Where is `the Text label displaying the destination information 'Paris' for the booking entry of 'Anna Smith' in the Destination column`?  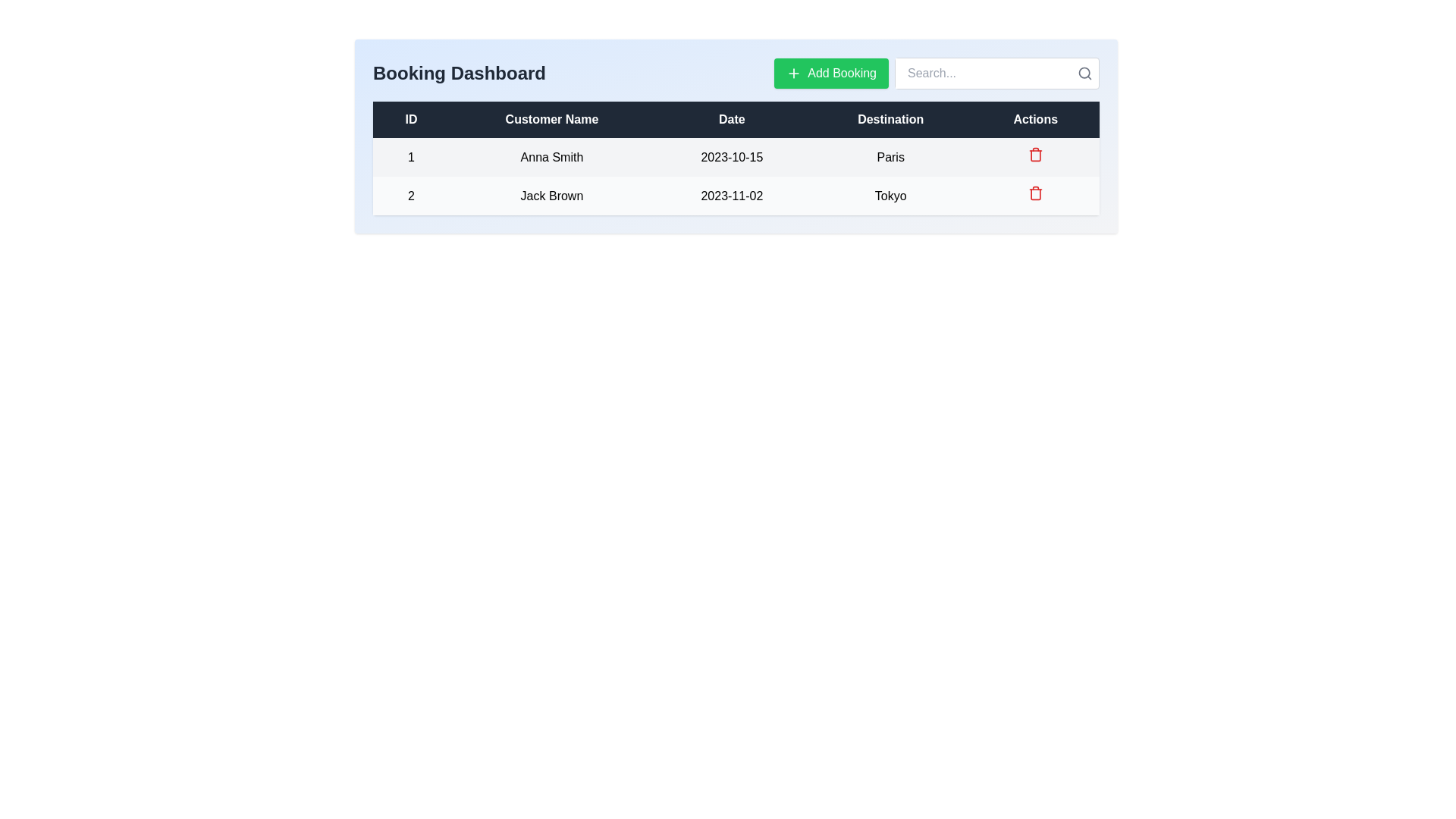 the Text label displaying the destination information 'Paris' for the booking entry of 'Anna Smith' in the Destination column is located at coordinates (890, 157).